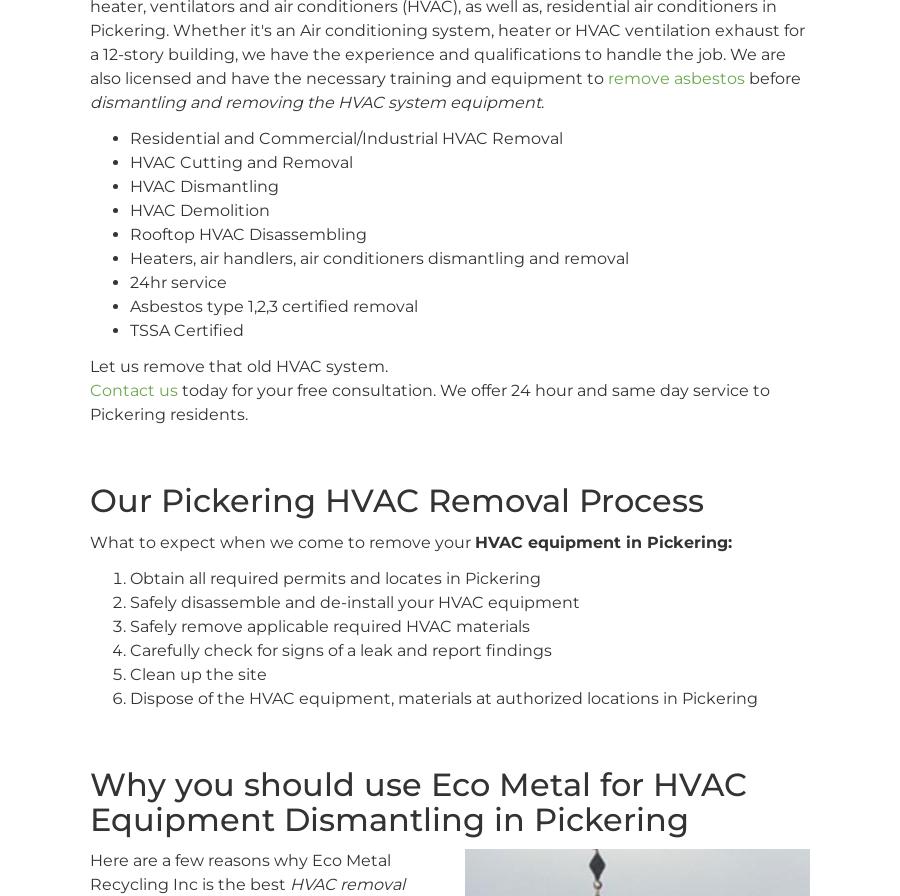 Image resolution: width=900 pixels, height=896 pixels. What do you see at coordinates (341, 649) in the screenshot?
I see `'Carefully check for signs of a leak and report findings'` at bounding box center [341, 649].